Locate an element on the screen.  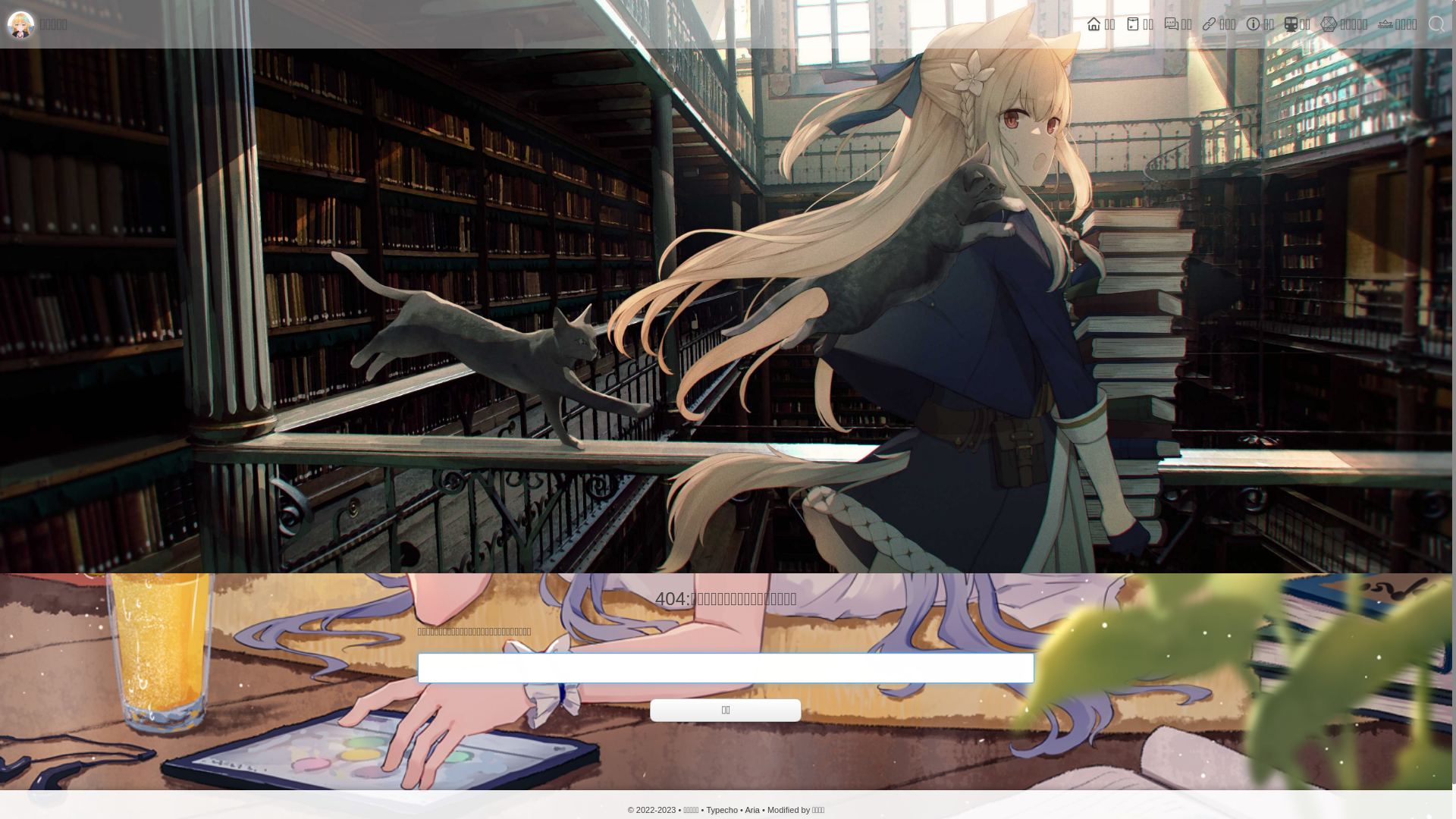
'Typecho' is located at coordinates (720, 809).